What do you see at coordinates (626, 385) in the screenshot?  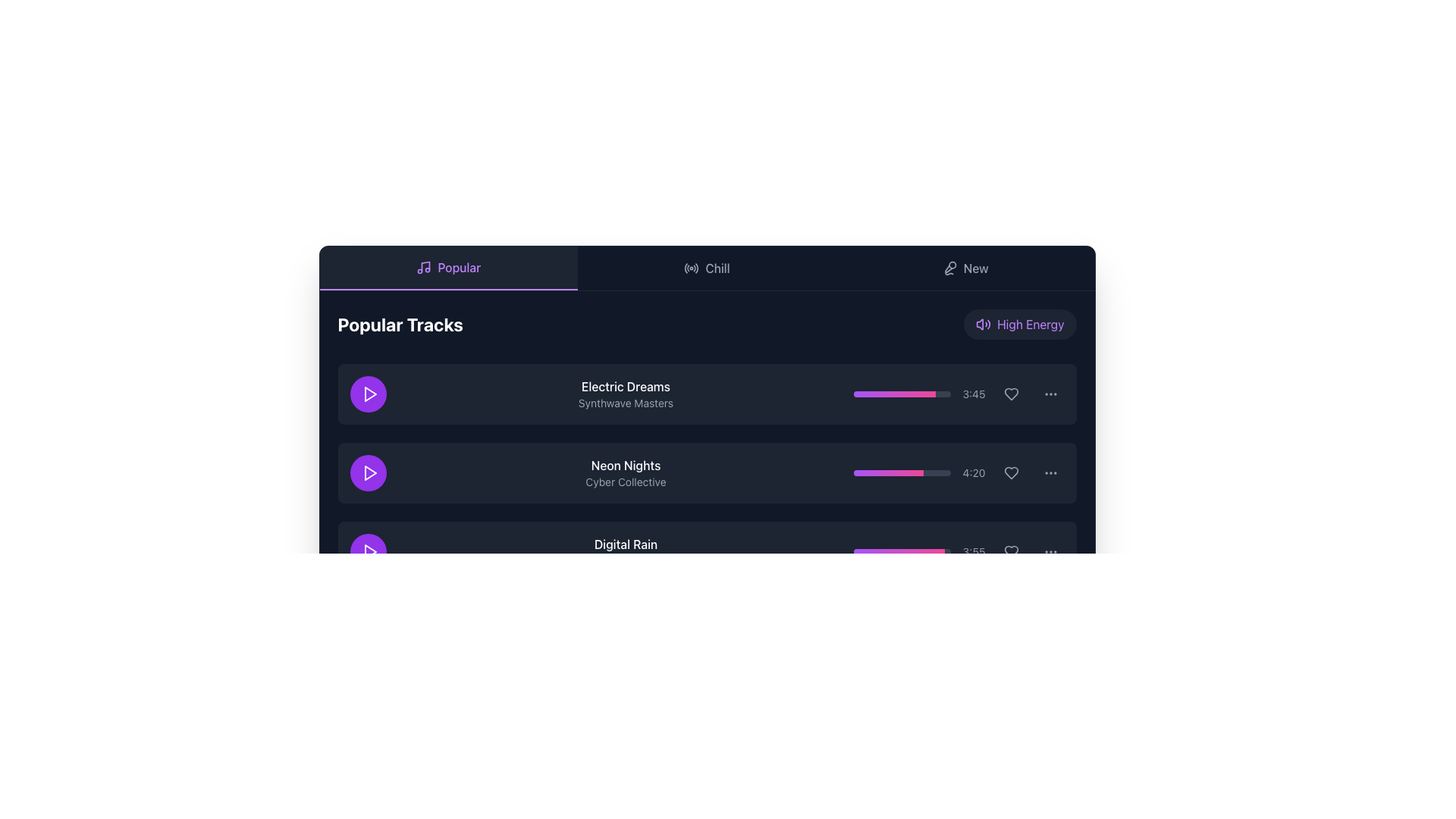 I see `the text label displaying 'Electric Dreams', which is the primary title of the first track in the 'Popular Tracks' list, located above the subtitle 'Synthwave Masters'` at bounding box center [626, 385].